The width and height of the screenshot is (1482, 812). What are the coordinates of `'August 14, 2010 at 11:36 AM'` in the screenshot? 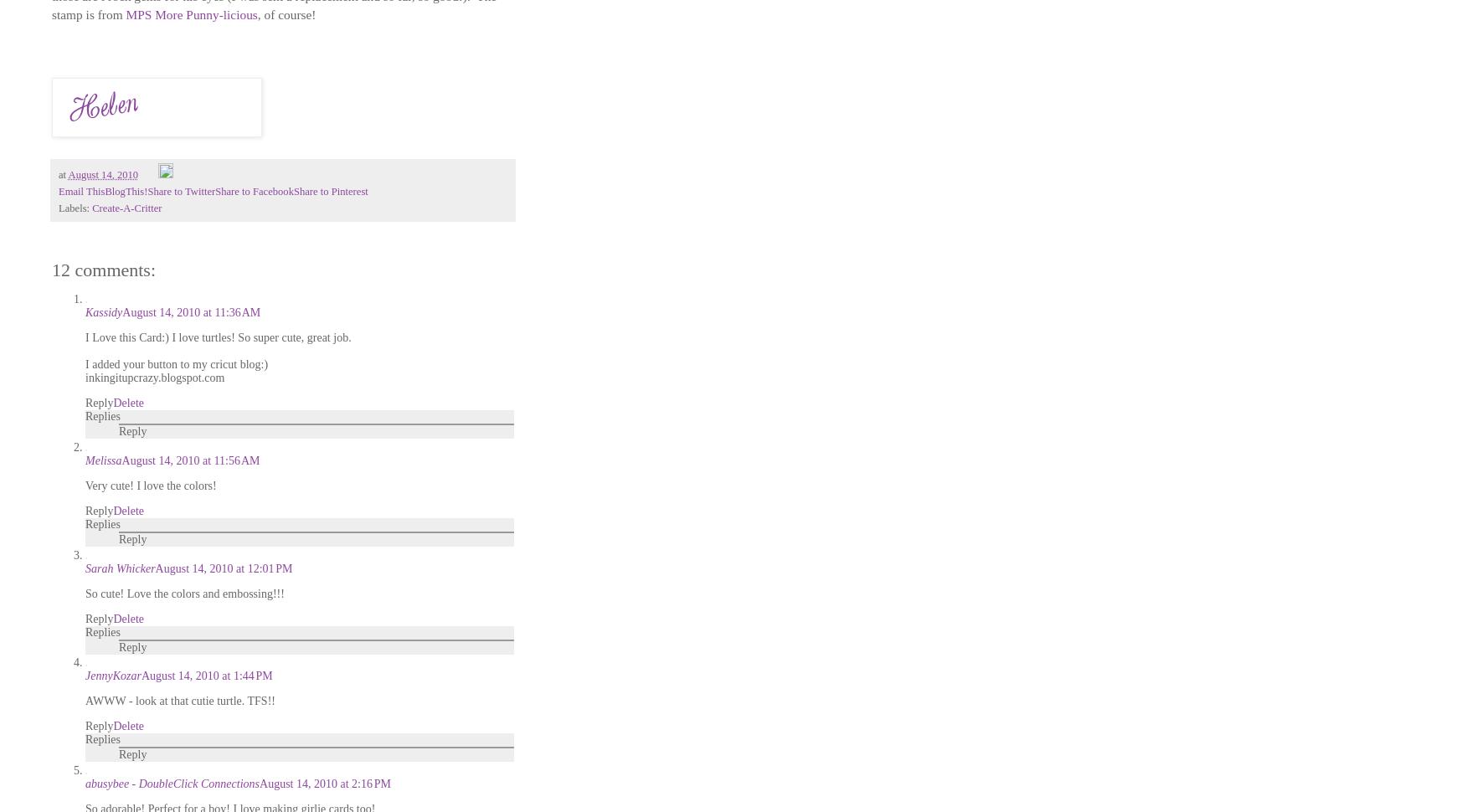 It's located at (191, 311).